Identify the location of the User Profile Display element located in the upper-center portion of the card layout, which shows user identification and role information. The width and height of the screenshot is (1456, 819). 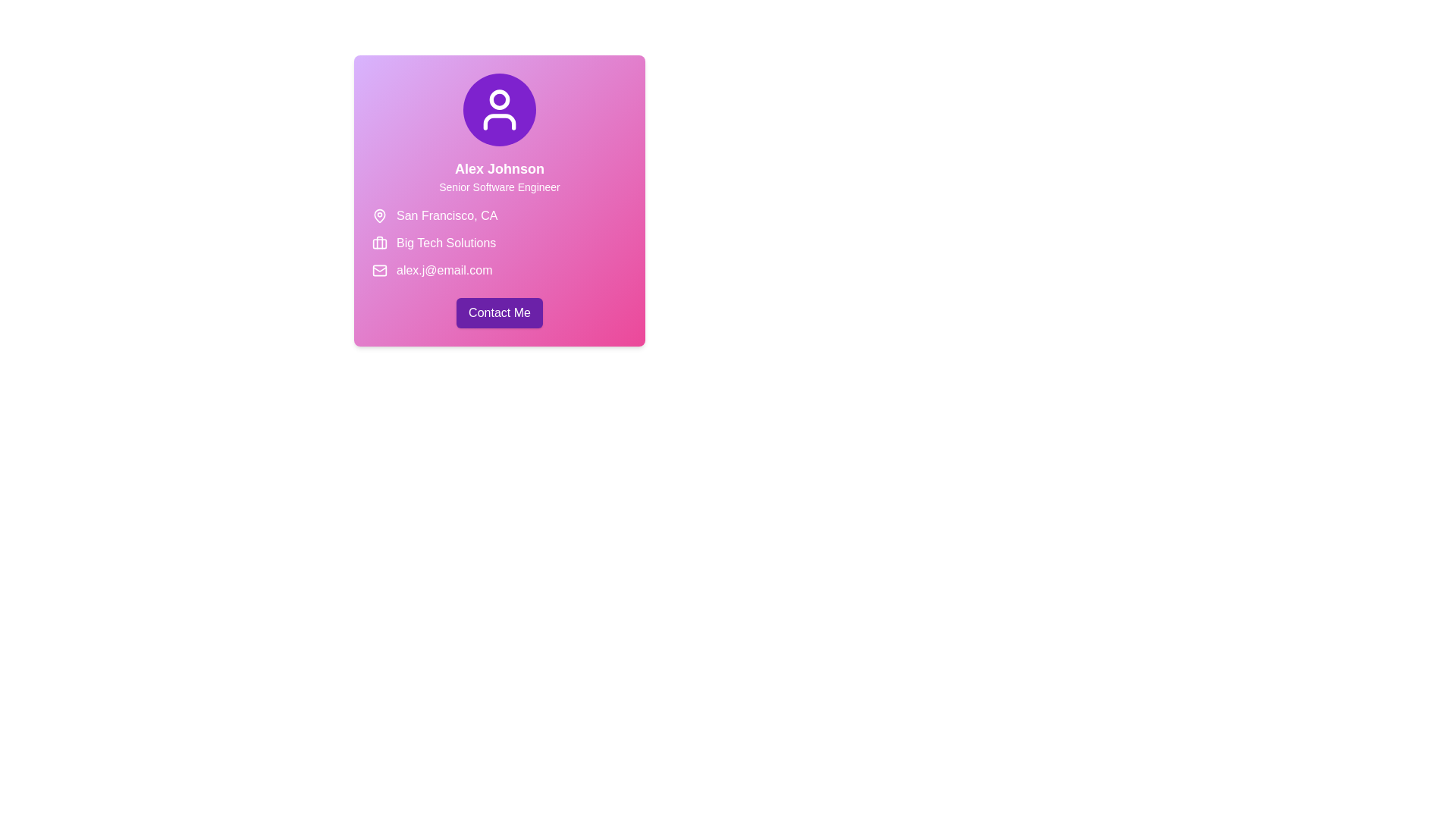
(499, 133).